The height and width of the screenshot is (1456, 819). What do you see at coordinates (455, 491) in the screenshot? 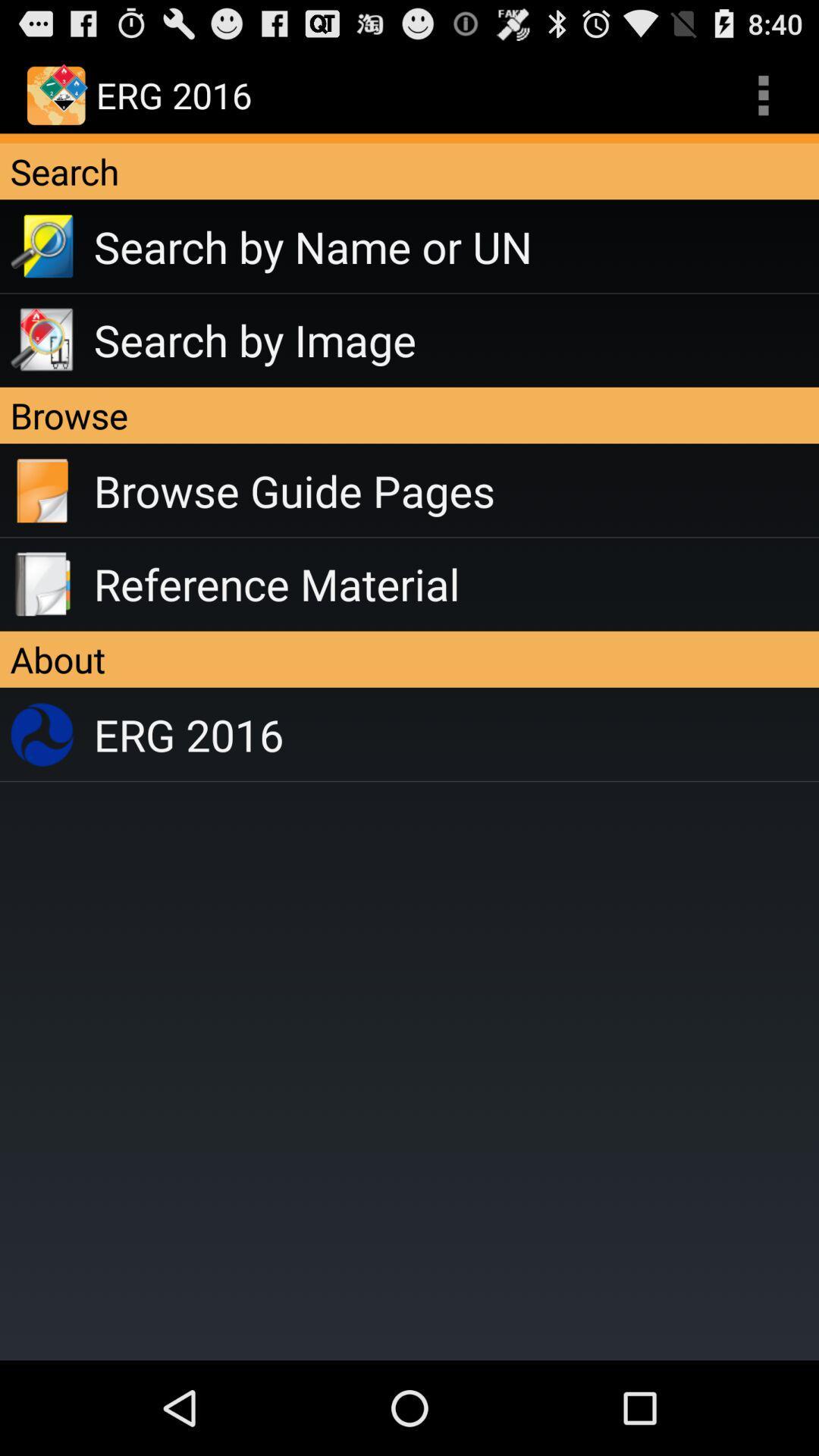
I see `the item below the browse item` at bounding box center [455, 491].